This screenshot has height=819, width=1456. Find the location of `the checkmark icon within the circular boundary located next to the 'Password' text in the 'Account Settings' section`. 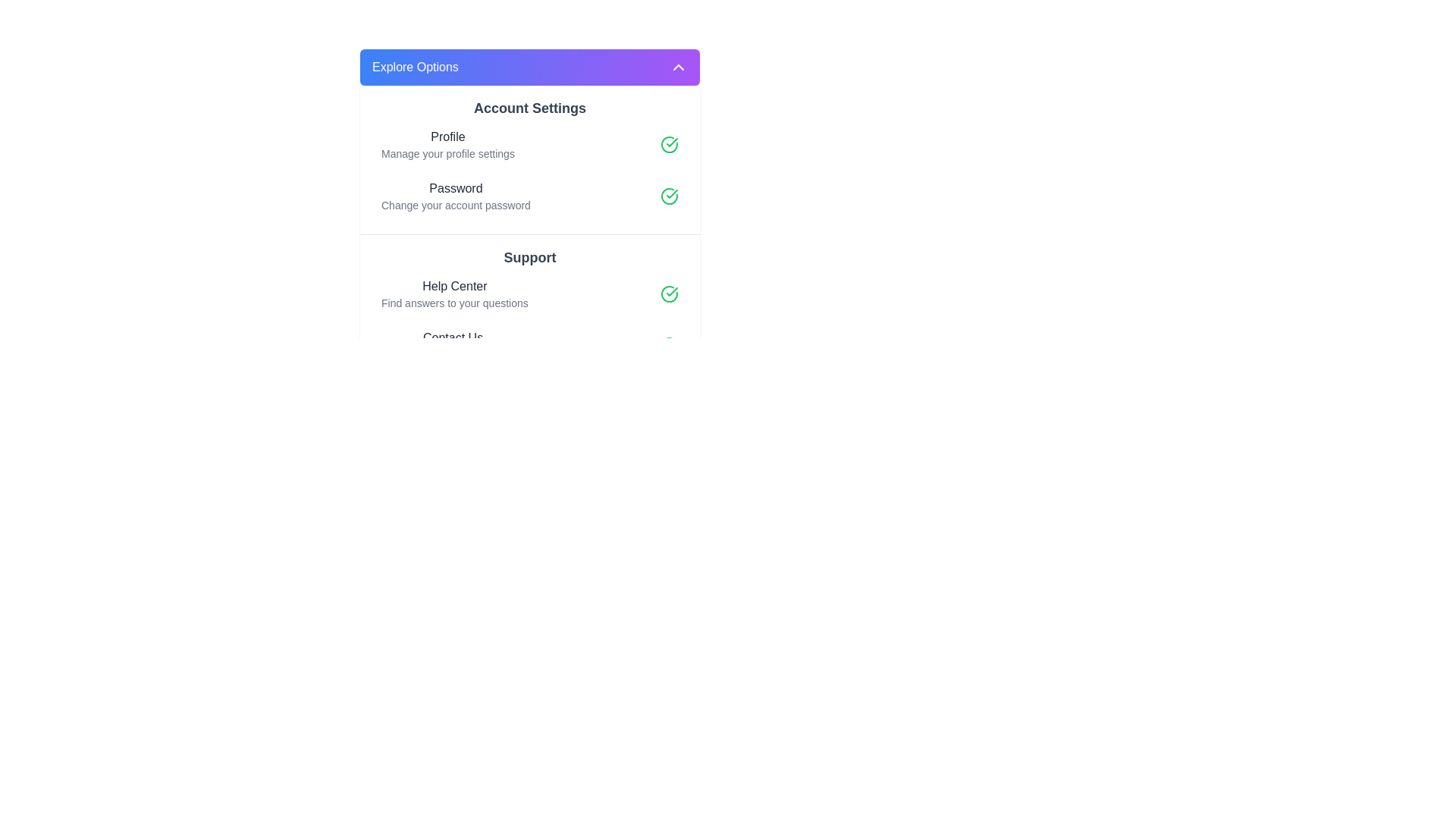

the checkmark icon within the circular boundary located next to the 'Password' text in the 'Account Settings' section is located at coordinates (671, 193).